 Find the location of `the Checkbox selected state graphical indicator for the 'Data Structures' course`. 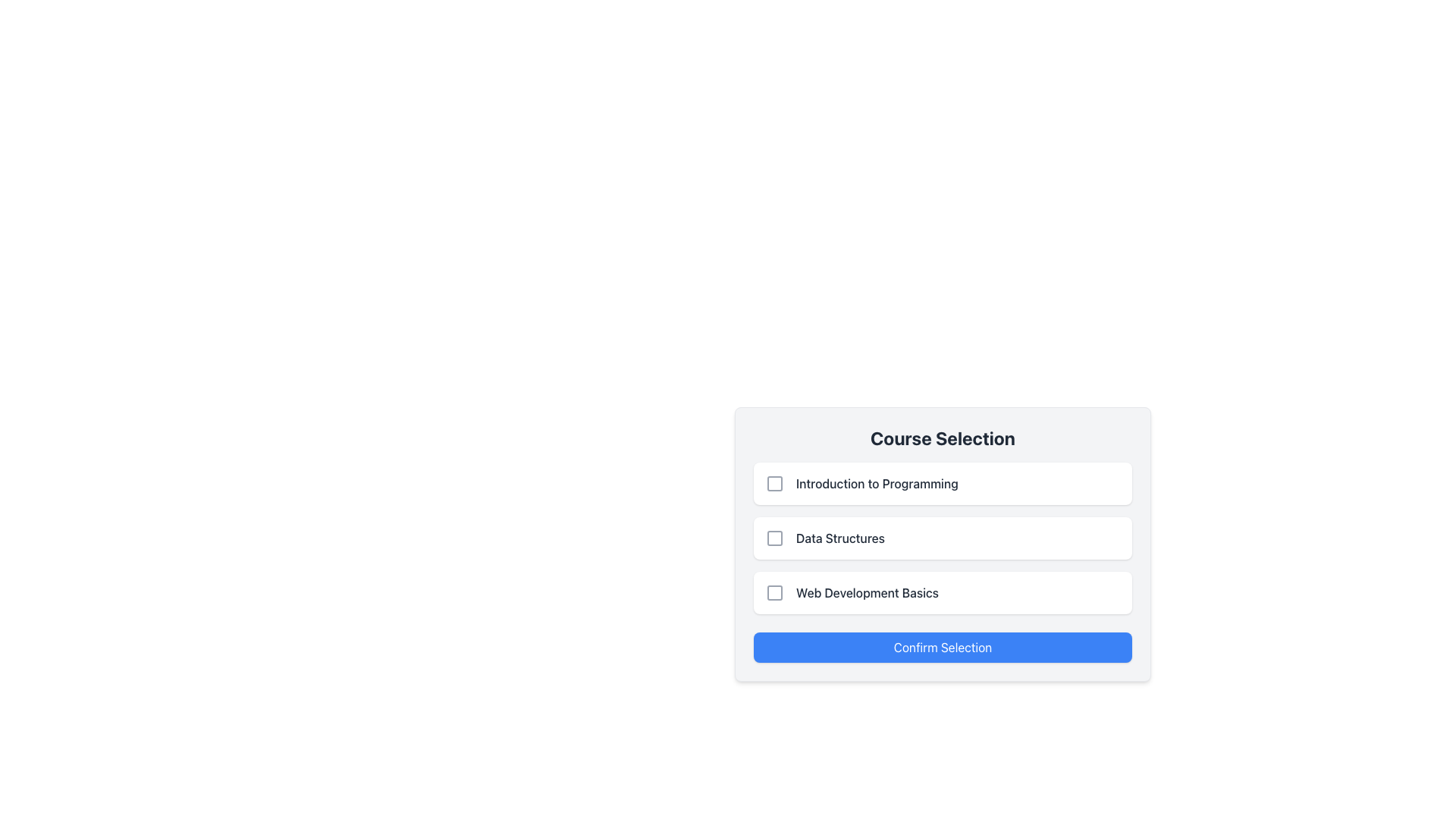

the Checkbox selected state graphical indicator for the 'Data Structures' course is located at coordinates (775, 537).